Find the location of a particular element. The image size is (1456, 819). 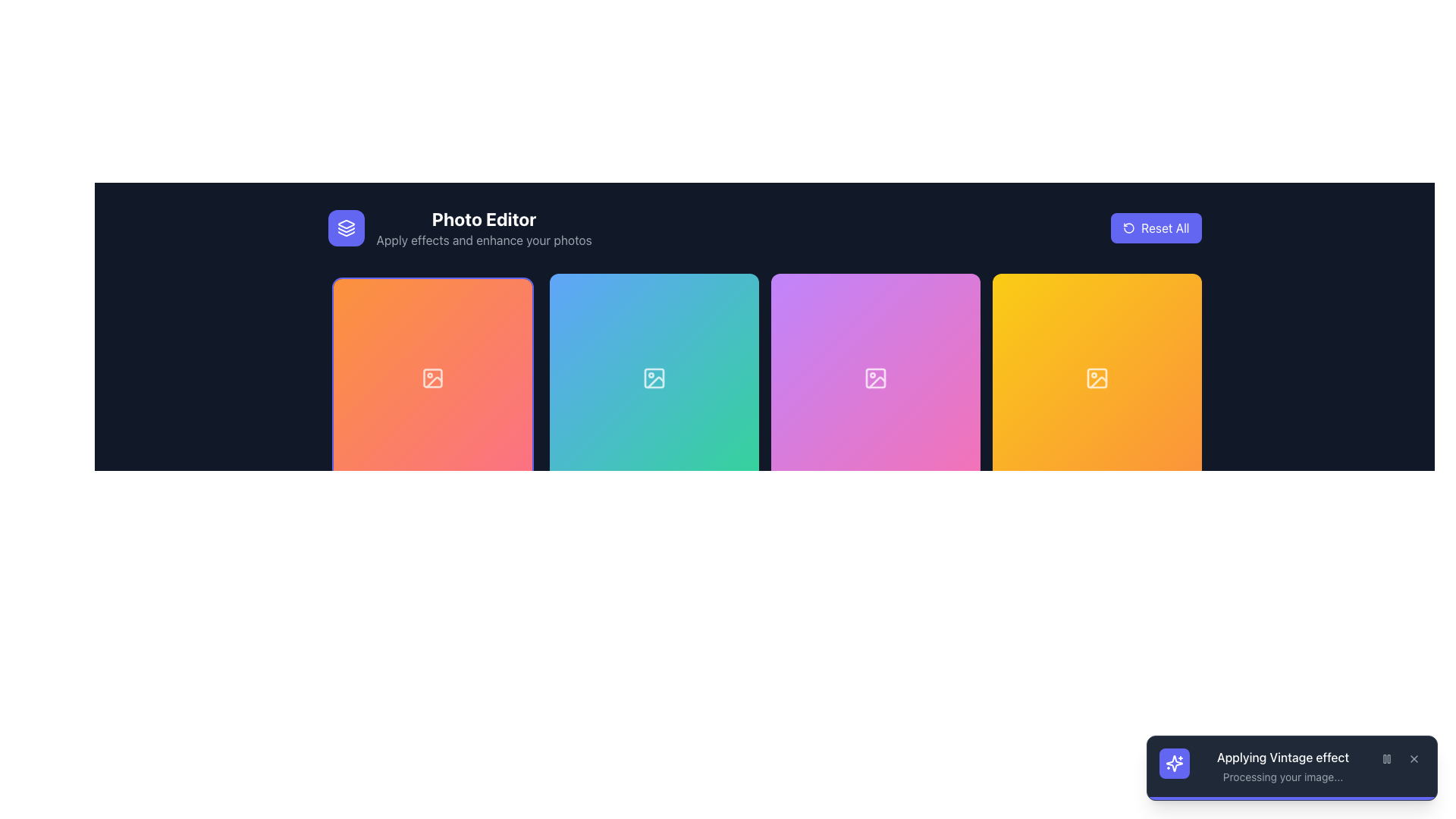

the fourth selectable card in the grid layout, which has a gradient background from yellow to orange and contains a centered white image placeholder icon is located at coordinates (1097, 377).